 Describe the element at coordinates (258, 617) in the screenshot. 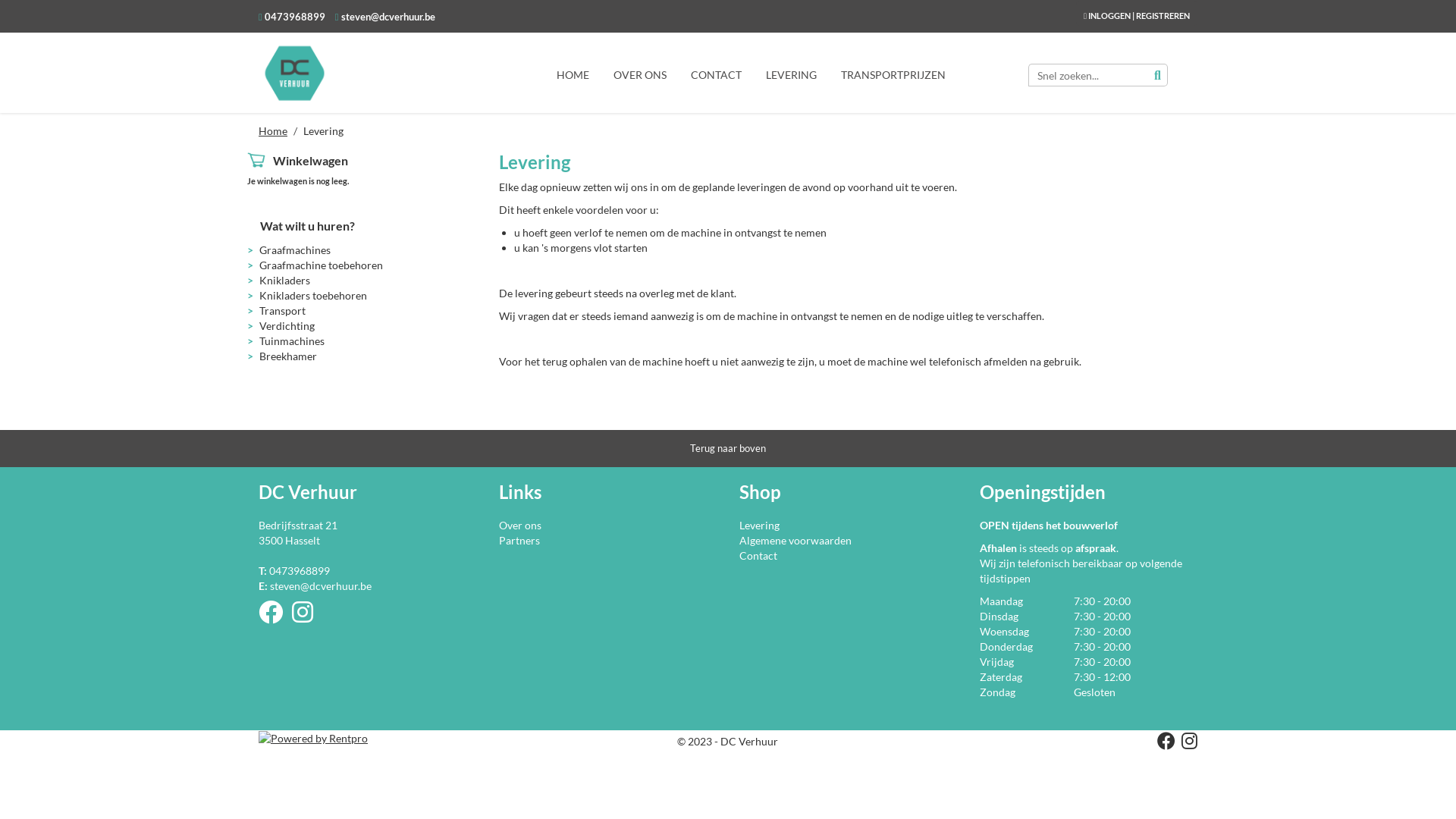

I see `'Facebook'` at that location.